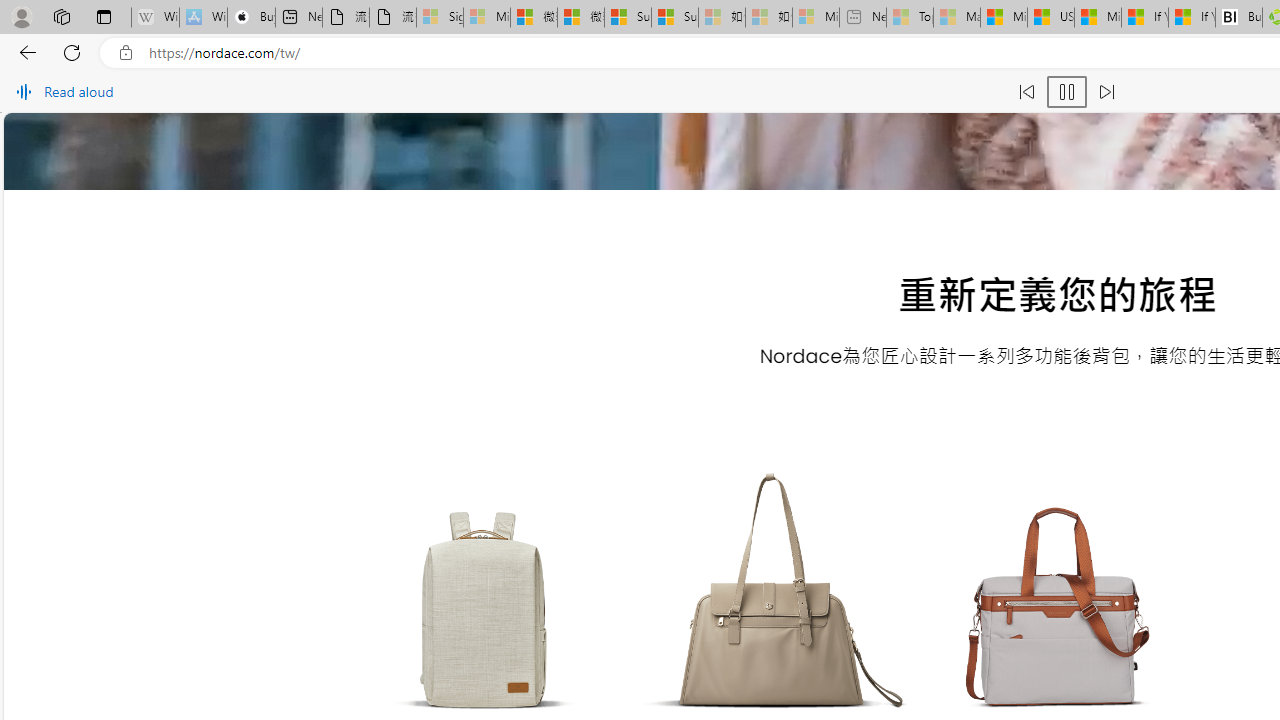 The height and width of the screenshot is (720, 1280). I want to click on 'US Heat Deaths Soared To Record High Last Year', so click(1049, 17).